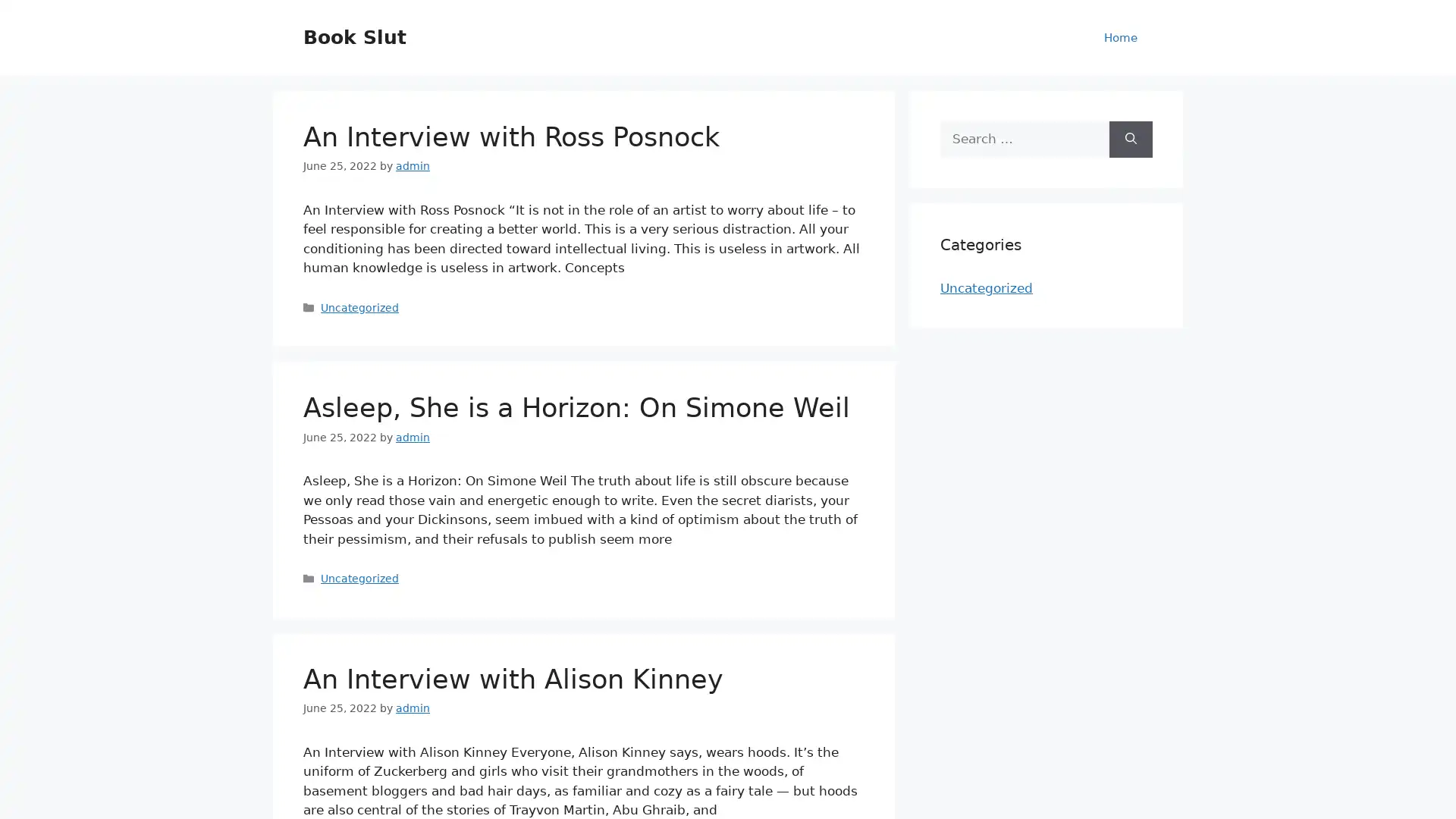 Image resolution: width=1456 pixels, height=819 pixels. Describe the element at coordinates (1131, 139) in the screenshot. I see `Search` at that location.